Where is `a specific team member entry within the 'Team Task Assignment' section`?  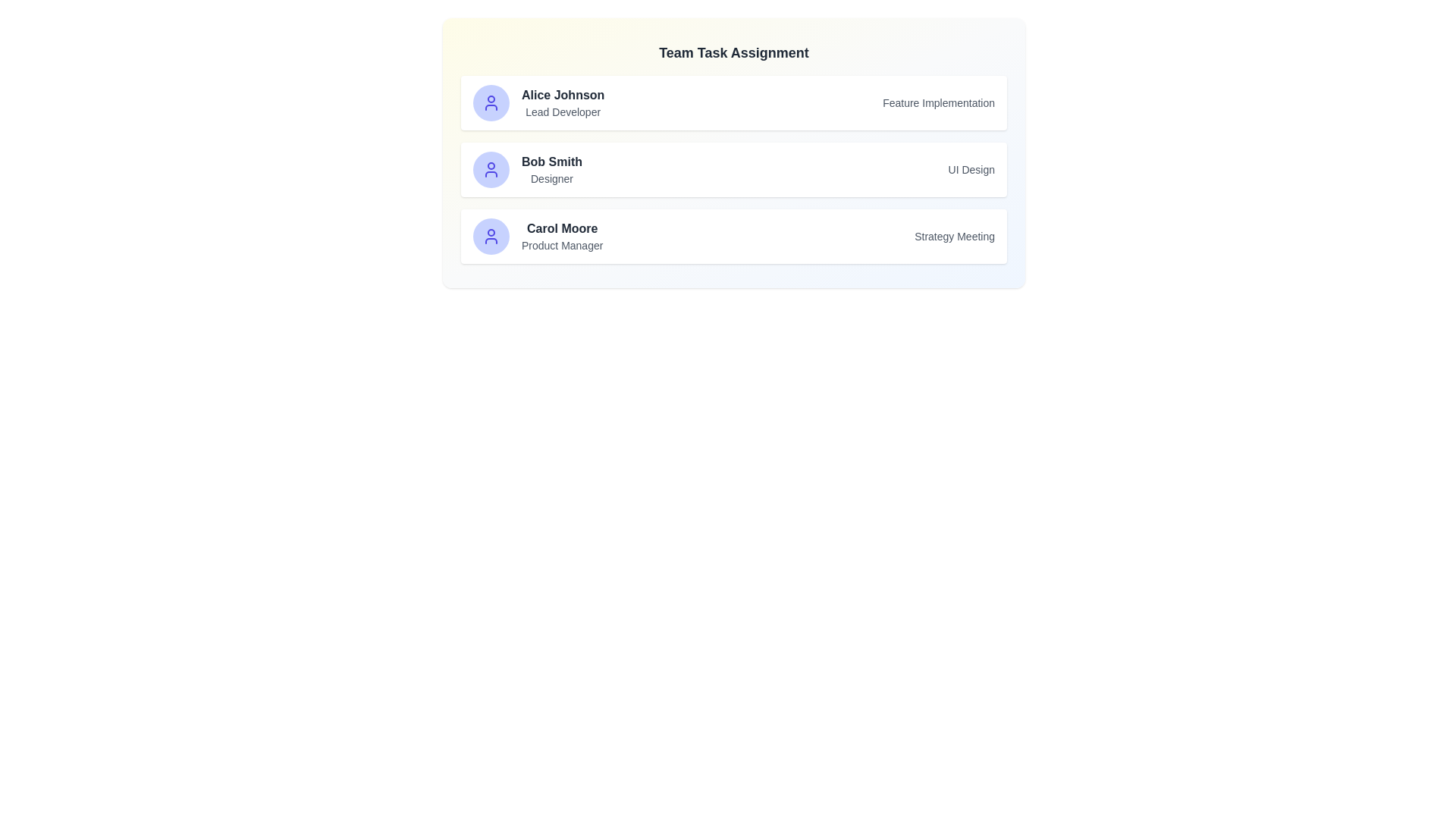 a specific team member entry within the 'Team Task Assignment' section is located at coordinates (734, 169).